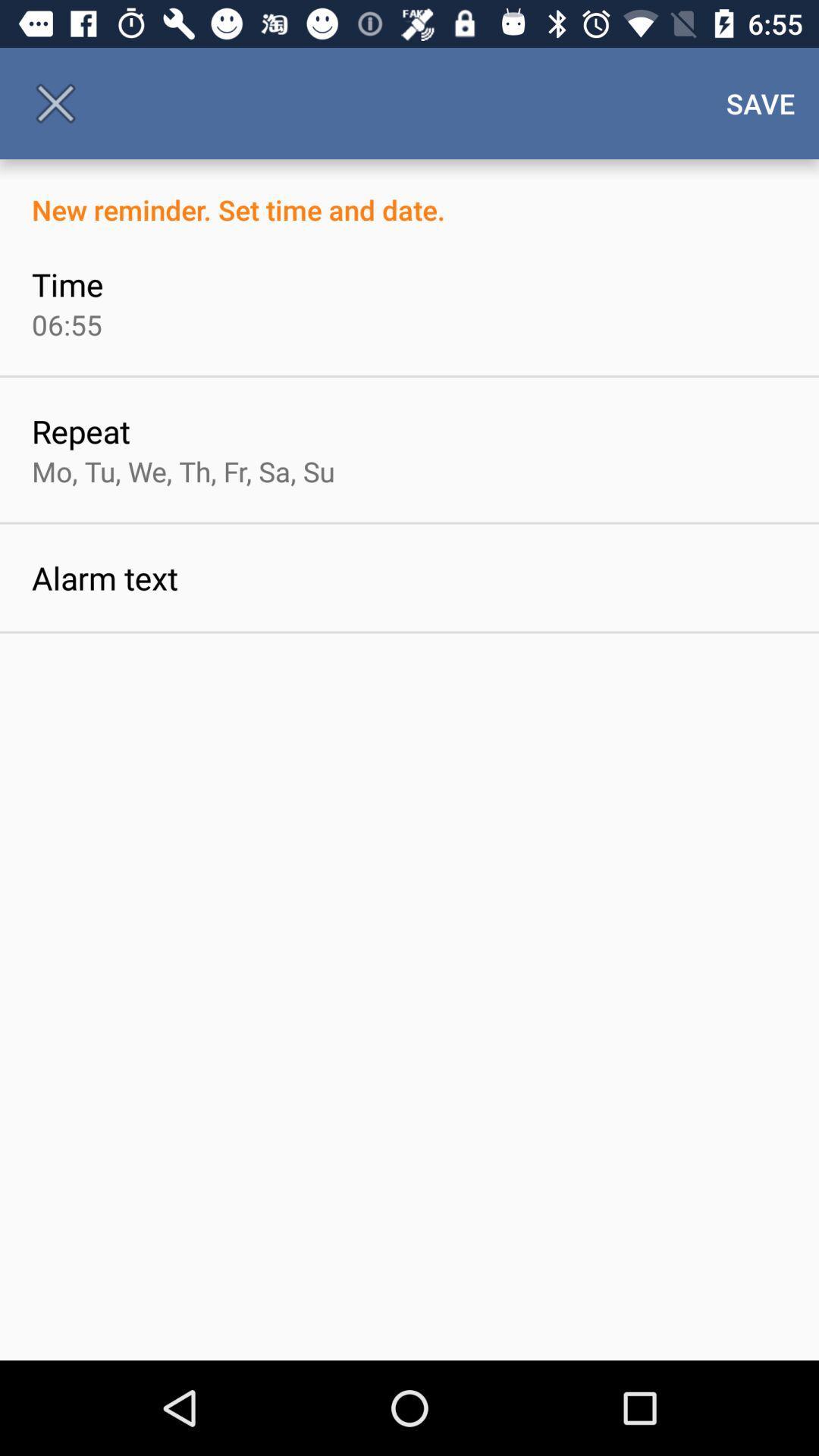 The image size is (819, 1456). Describe the element at coordinates (409, 193) in the screenshot. I see `the new reminder set item` at that location.